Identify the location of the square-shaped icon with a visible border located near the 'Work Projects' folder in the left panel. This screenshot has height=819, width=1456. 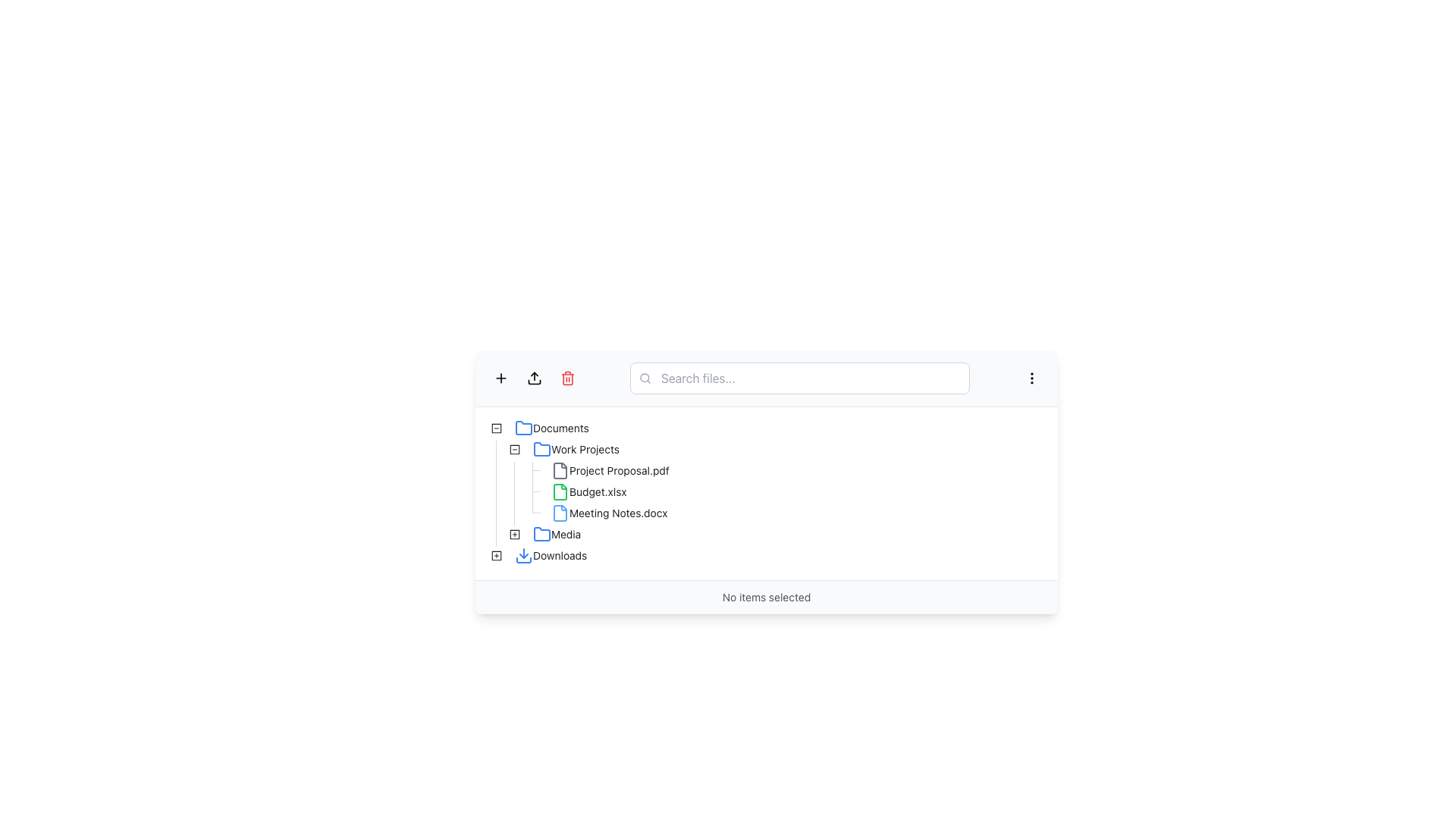
(514, 534).